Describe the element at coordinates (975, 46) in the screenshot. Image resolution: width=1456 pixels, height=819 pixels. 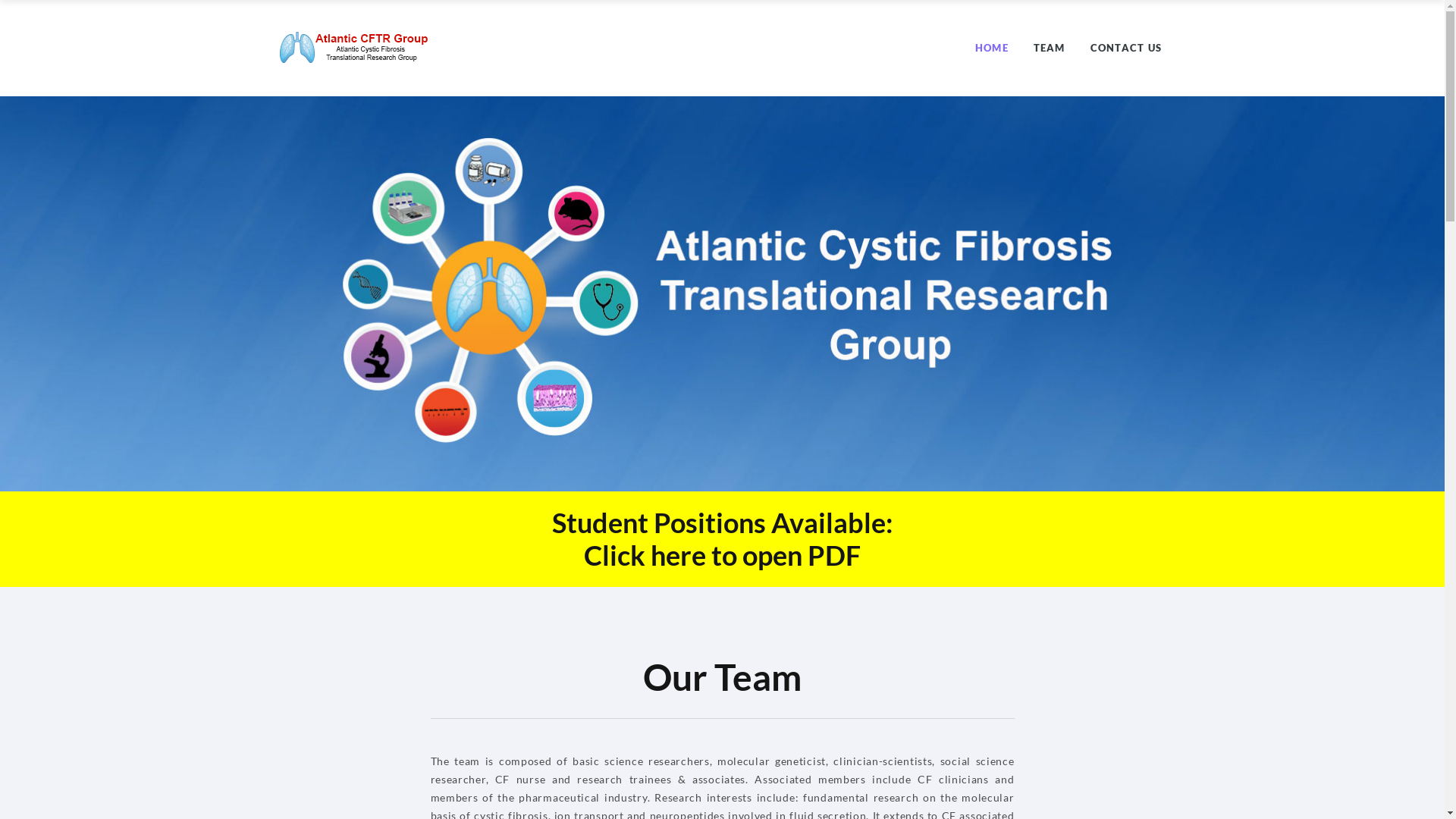
I see `'HOME'` at that location.